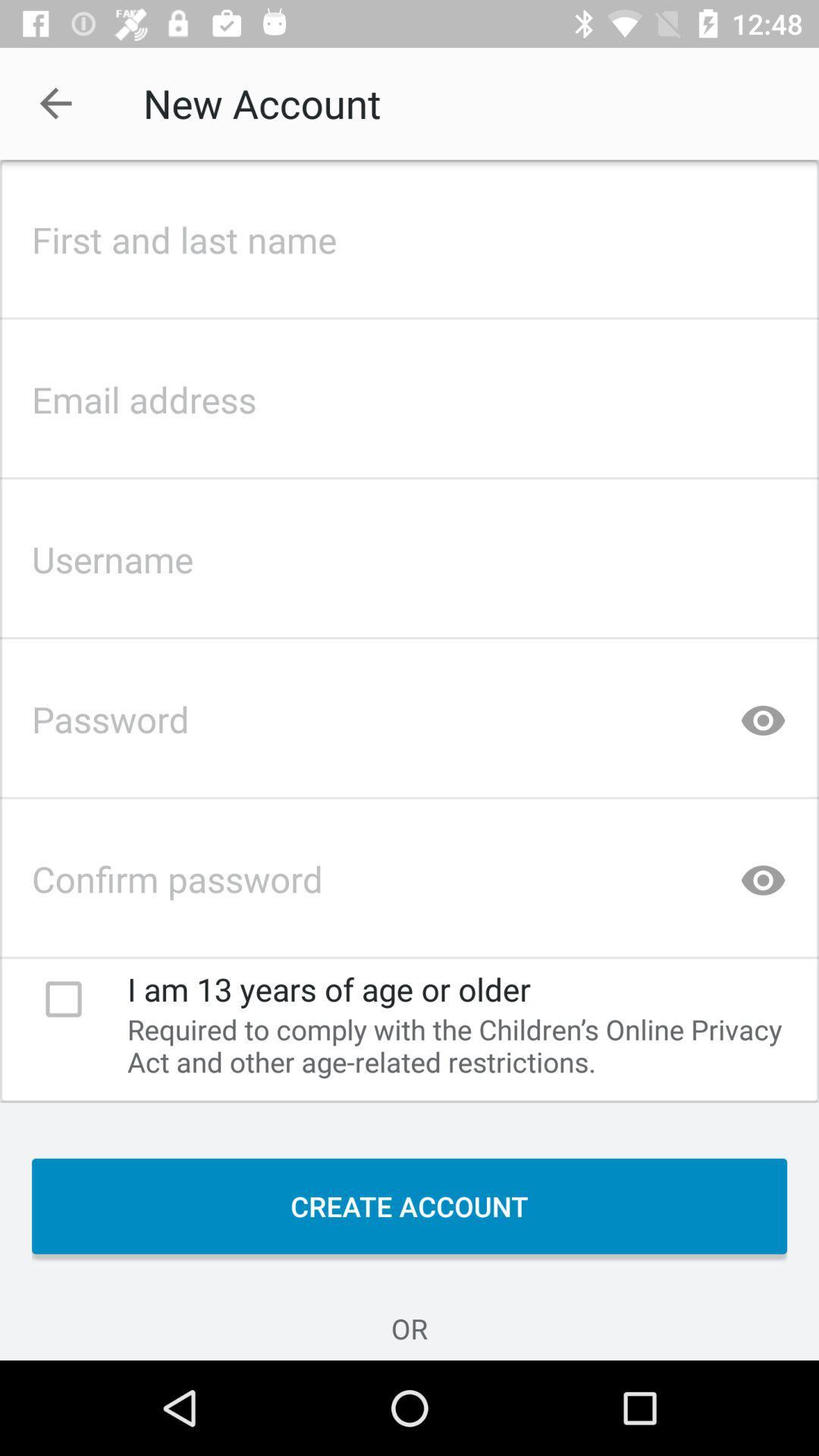  I want to click on toggle name, so click(409, 234).